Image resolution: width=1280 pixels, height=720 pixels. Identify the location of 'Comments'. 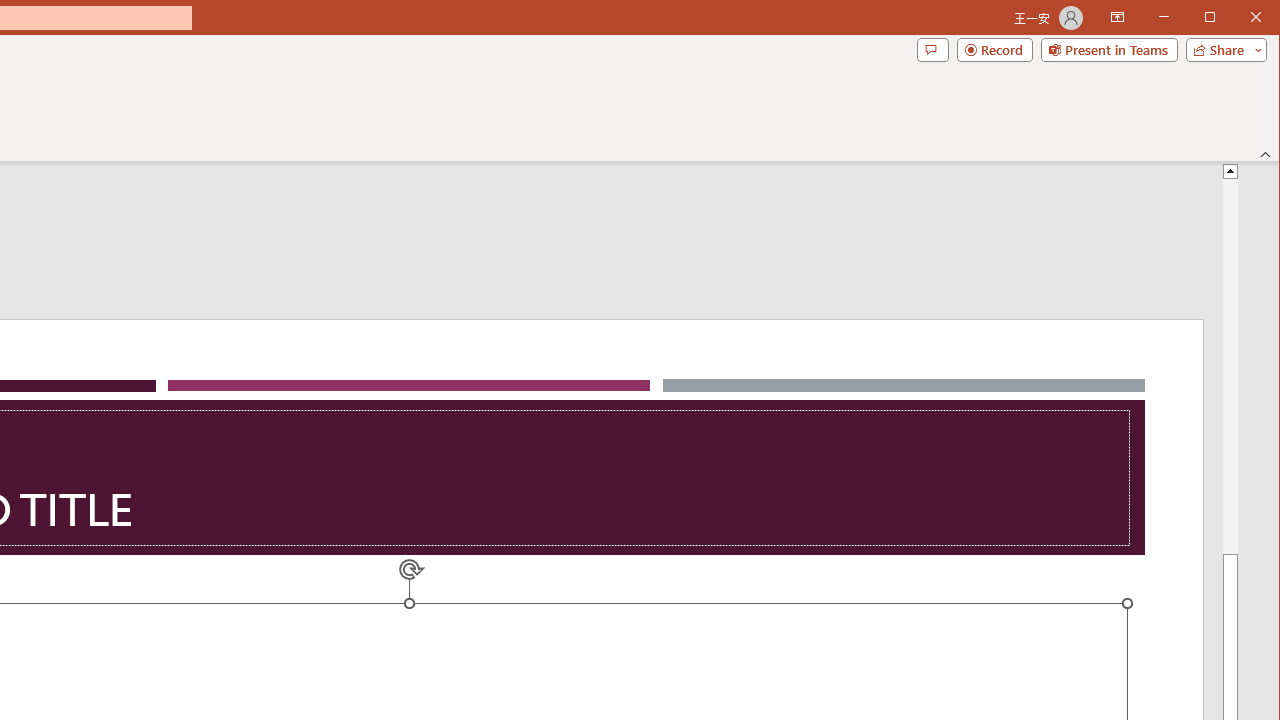
(931, 49).